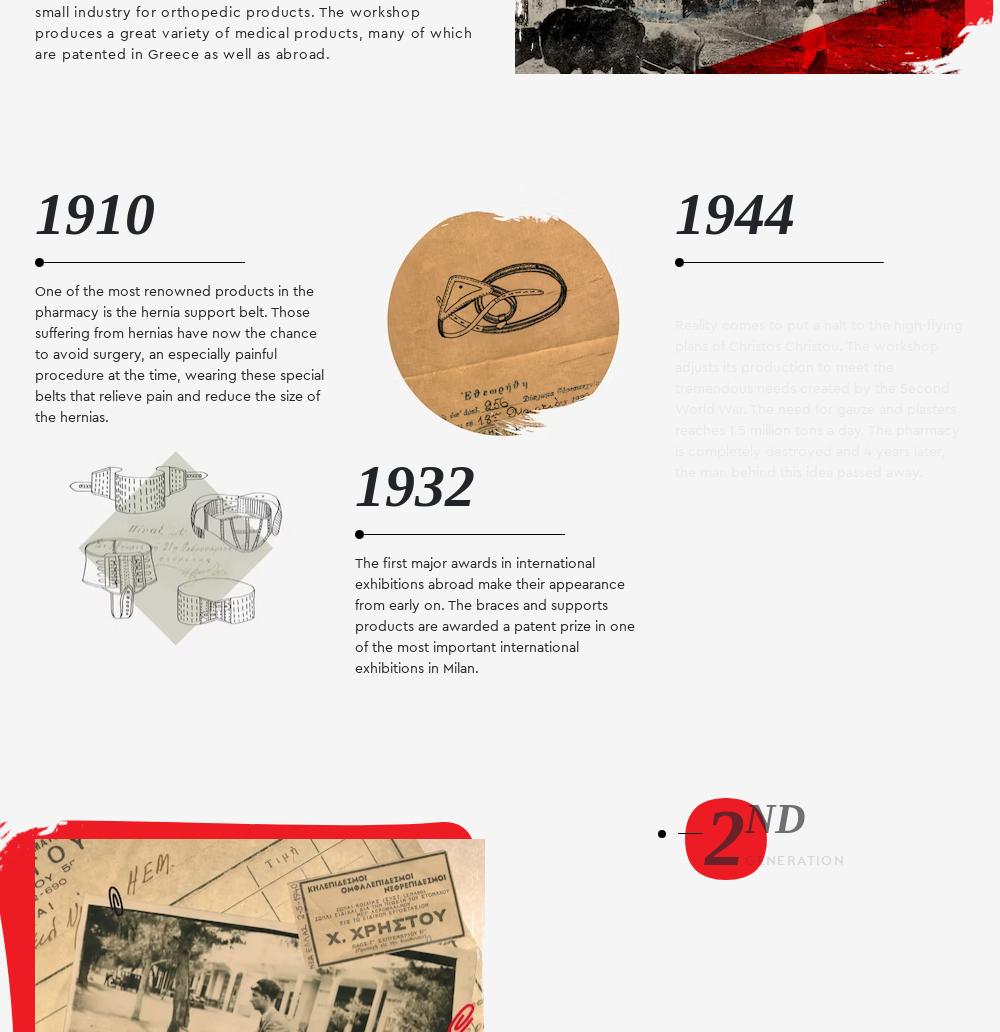  What do you see at coordinates (415, 484) in the screenshot?
I see `'1932'` at bounding box center [415, 484].